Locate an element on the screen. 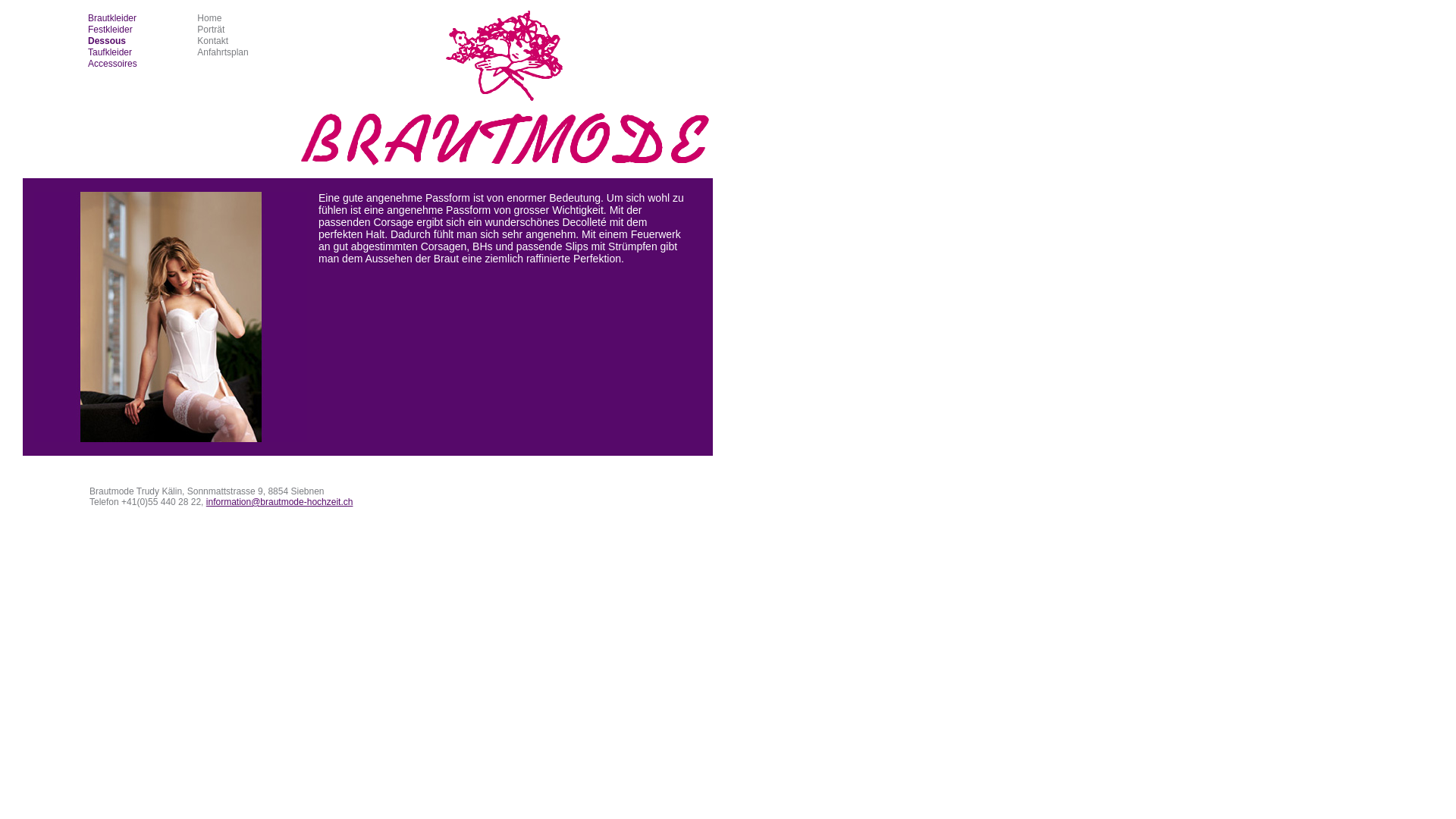 The width and height of the screenshot is (1456, 819). 'Taufkleider' is located at coordinates (108, 52).